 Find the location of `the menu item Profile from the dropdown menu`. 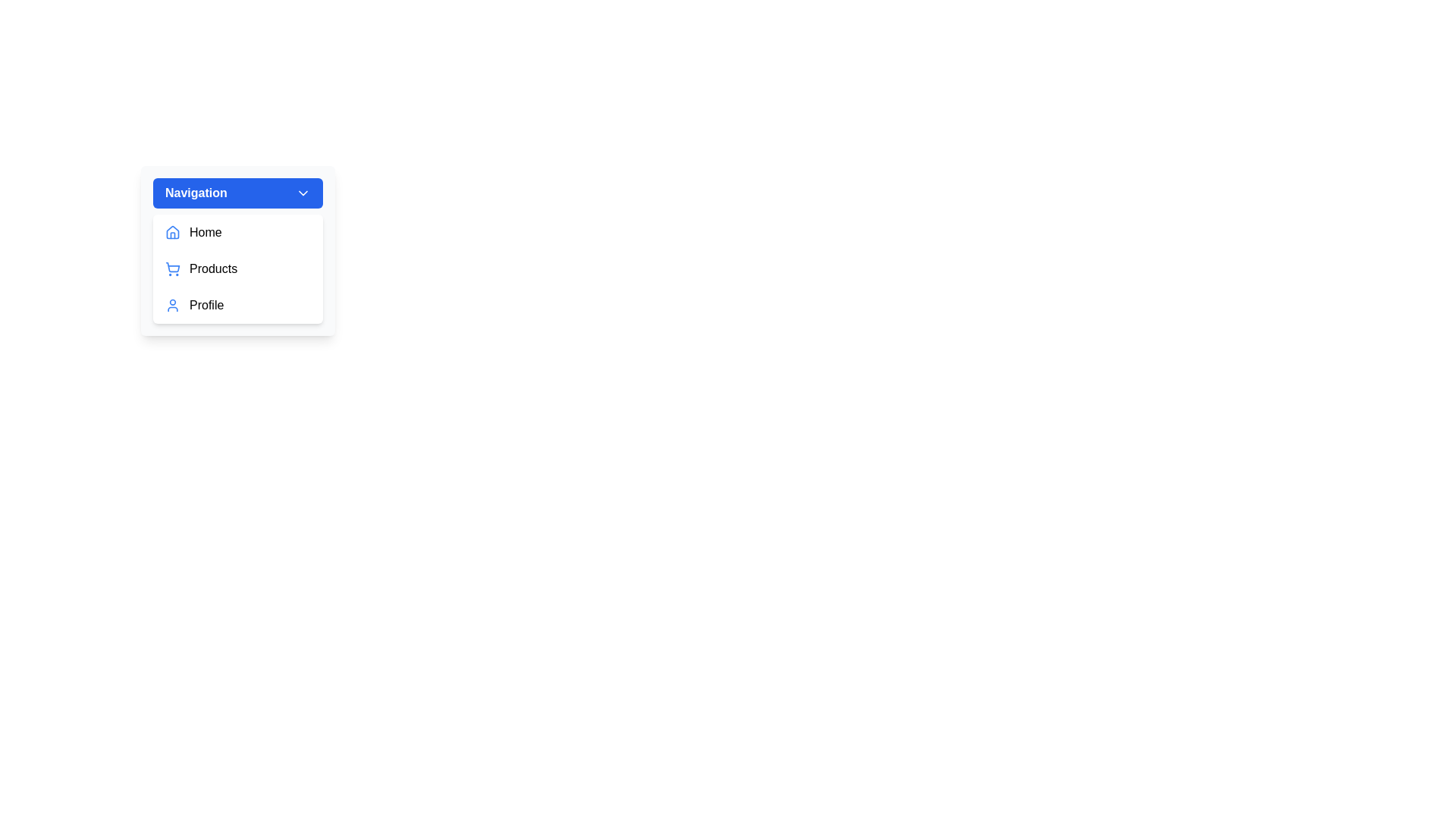

the menu item Profile from the dropdown menu is located at coordinates (237, 305).